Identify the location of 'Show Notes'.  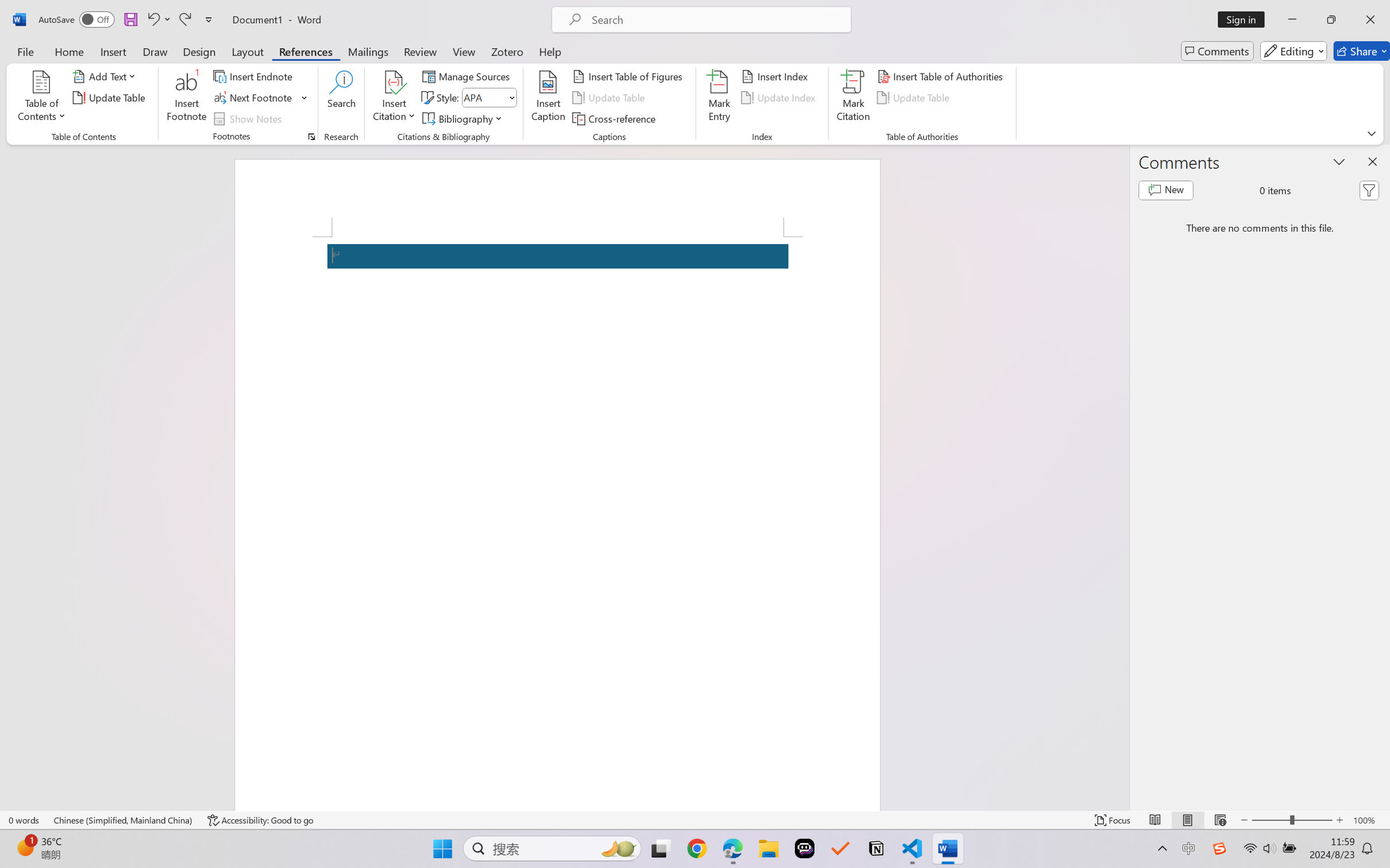
(249, 119).